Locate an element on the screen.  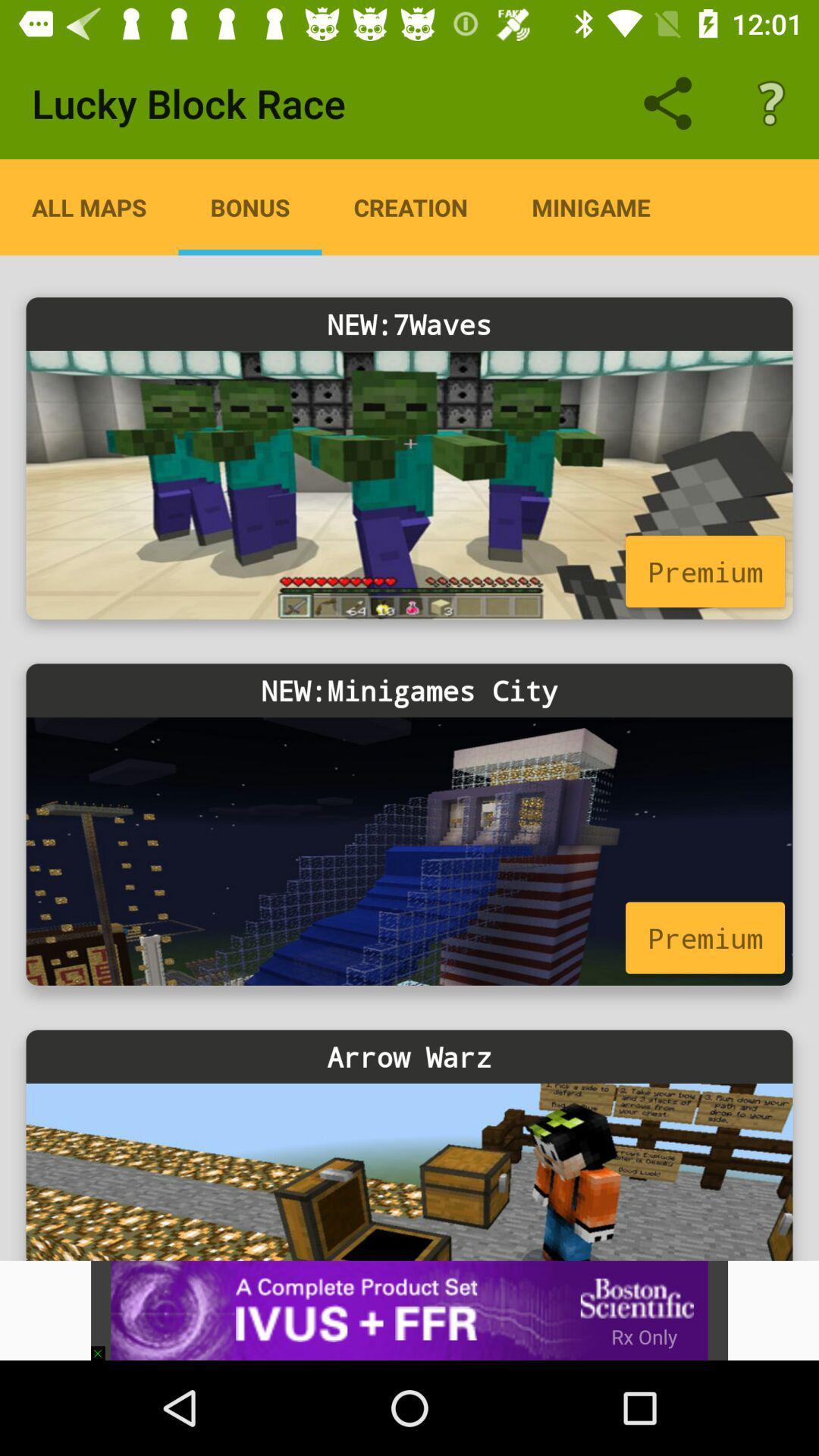
the icon above the new:7waves is located at coordinates (590, 206).